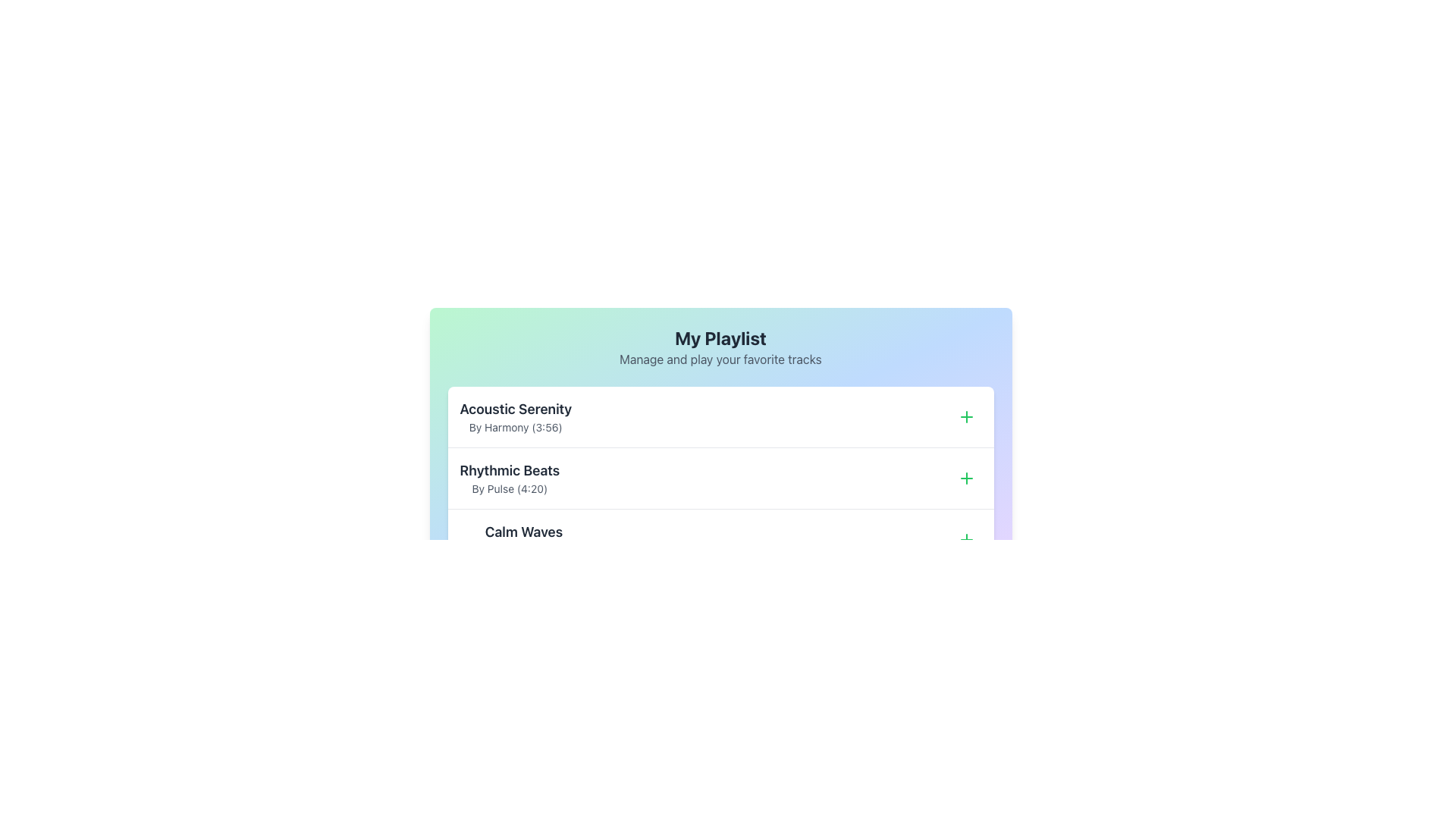  Describe the element at coordinates (965, 539) in the screenshot. I see `the green-colored plus icon at the end of the 'Calm Waves' list item` at that location.